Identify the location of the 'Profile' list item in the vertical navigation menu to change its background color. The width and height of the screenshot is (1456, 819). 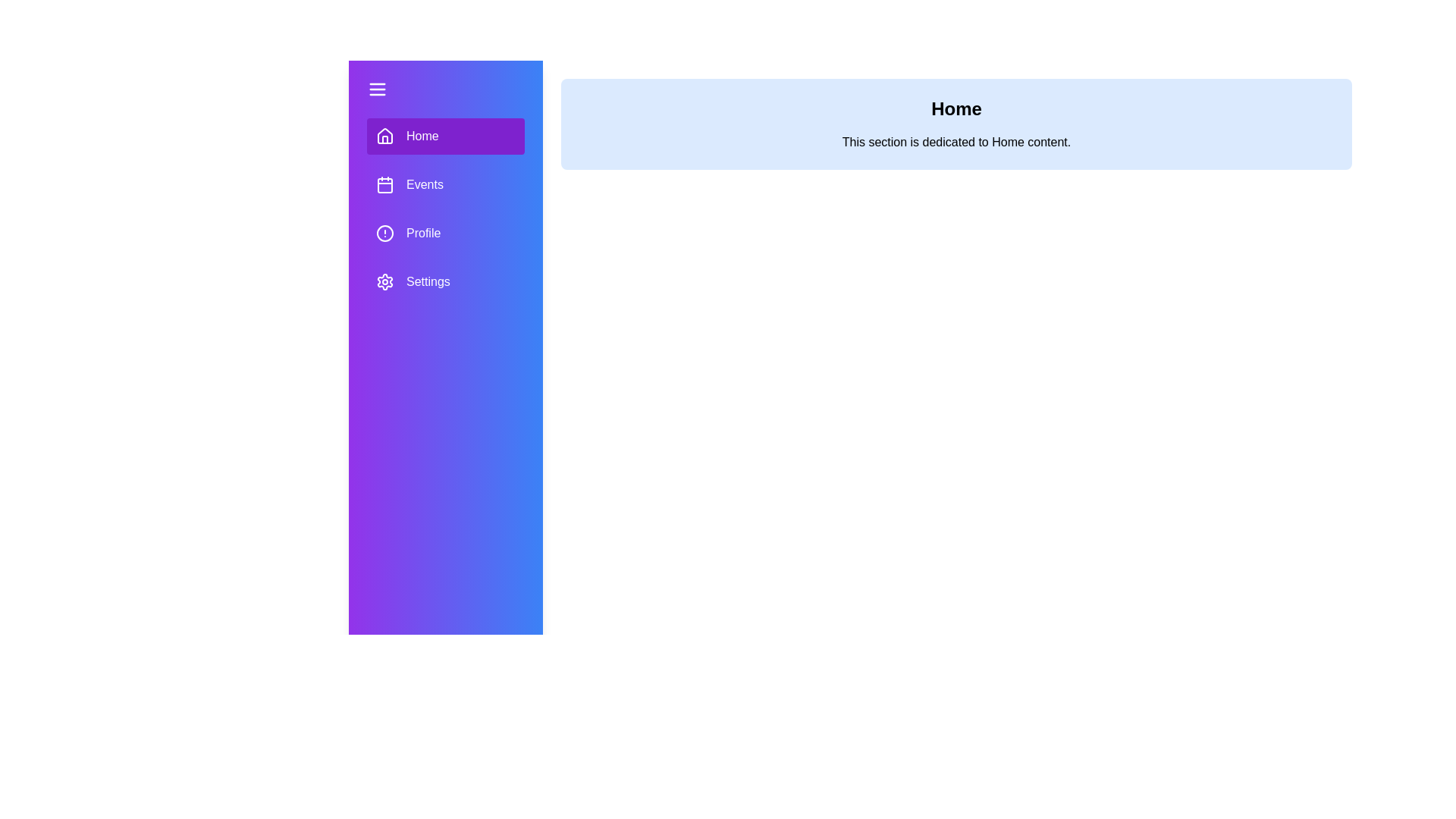
(445, 234).